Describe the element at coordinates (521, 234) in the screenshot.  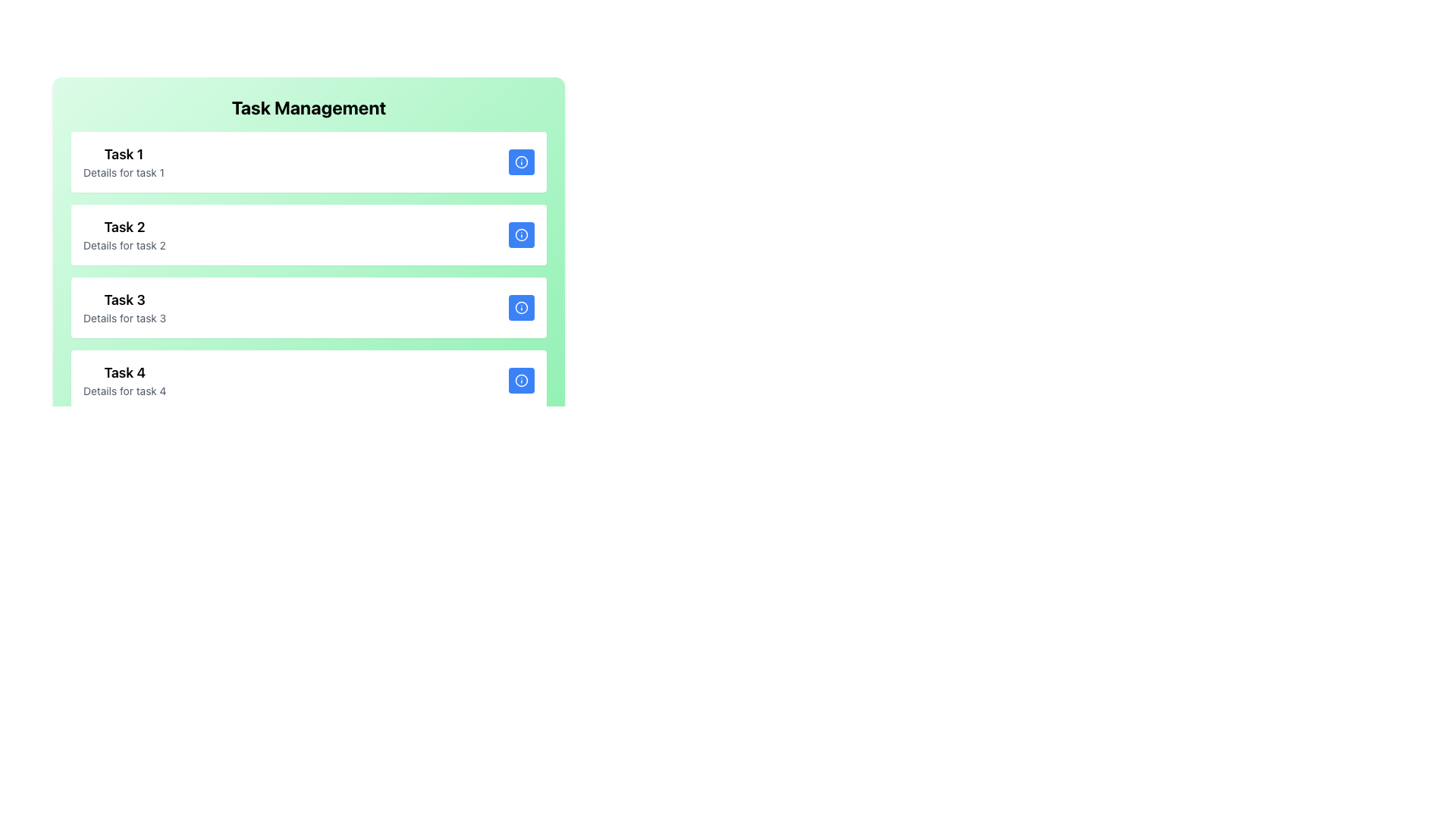
I see `the button associated with 'Task 2' to observe the hover effect` at that location.